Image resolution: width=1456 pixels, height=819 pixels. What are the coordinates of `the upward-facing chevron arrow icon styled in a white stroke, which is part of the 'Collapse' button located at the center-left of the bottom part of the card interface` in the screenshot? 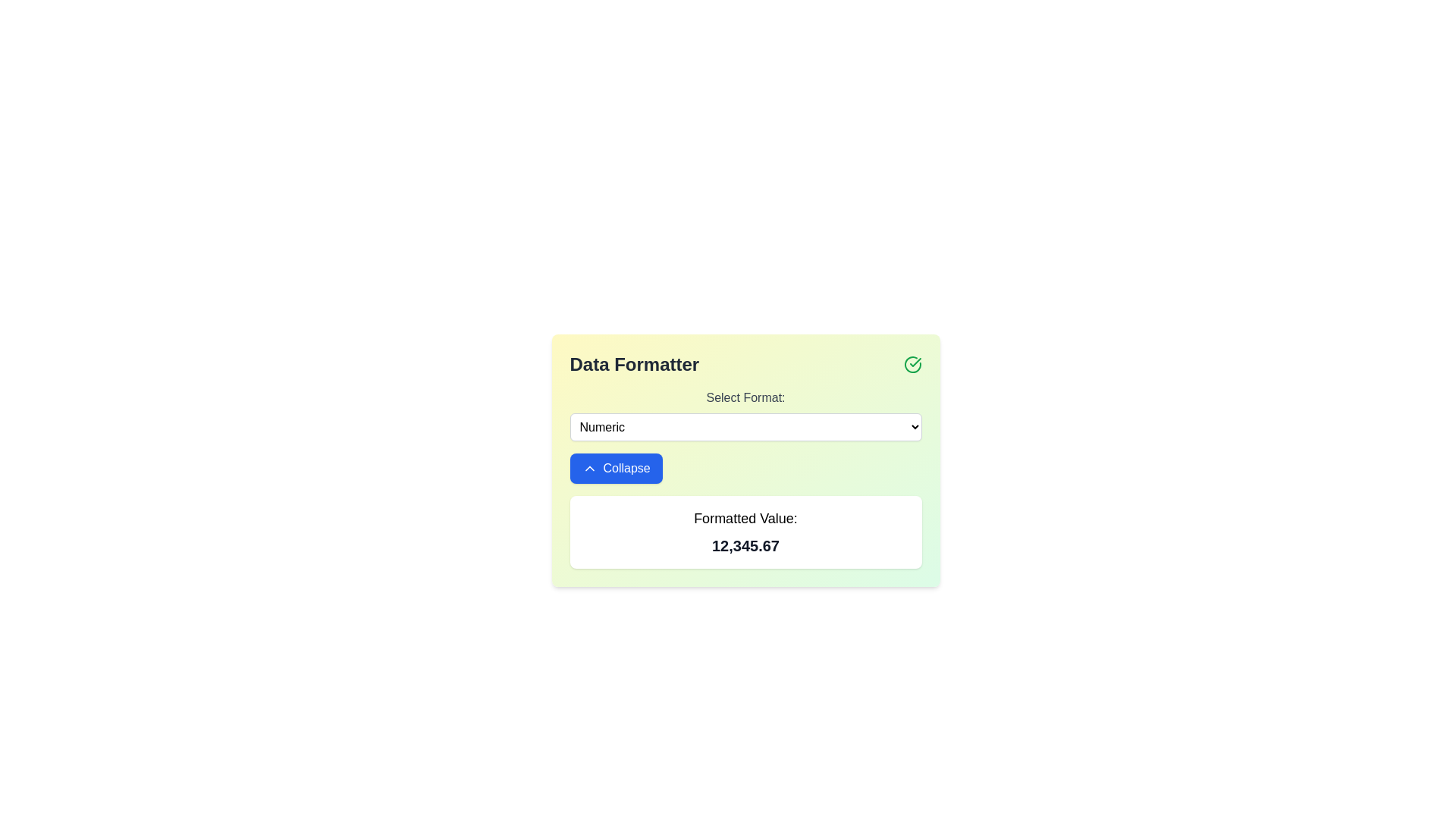 It's located at (588, 467).